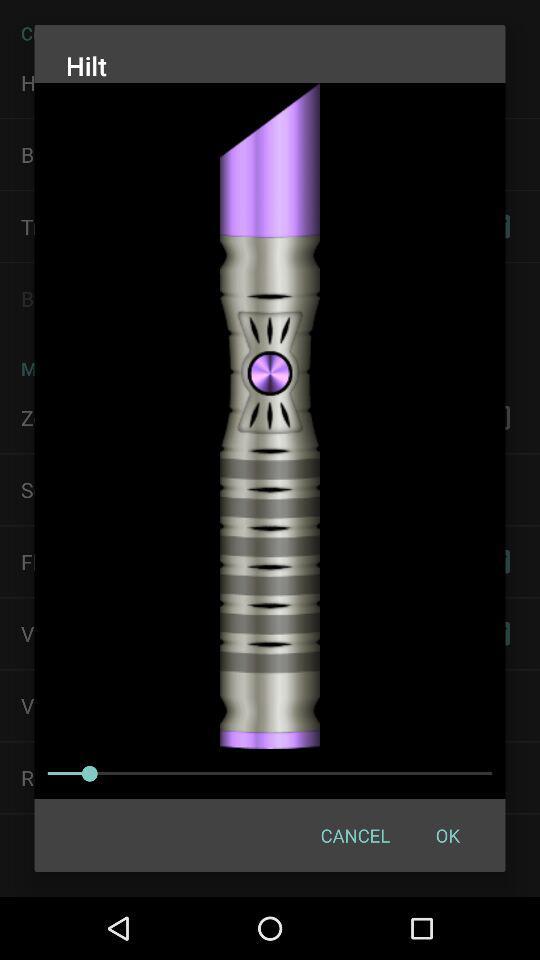 This screenshot has width=540, height=960. What do you see at coordinates (354, 835) in the screenshot?
I see `the cancel` at bounding box center [354, 835].